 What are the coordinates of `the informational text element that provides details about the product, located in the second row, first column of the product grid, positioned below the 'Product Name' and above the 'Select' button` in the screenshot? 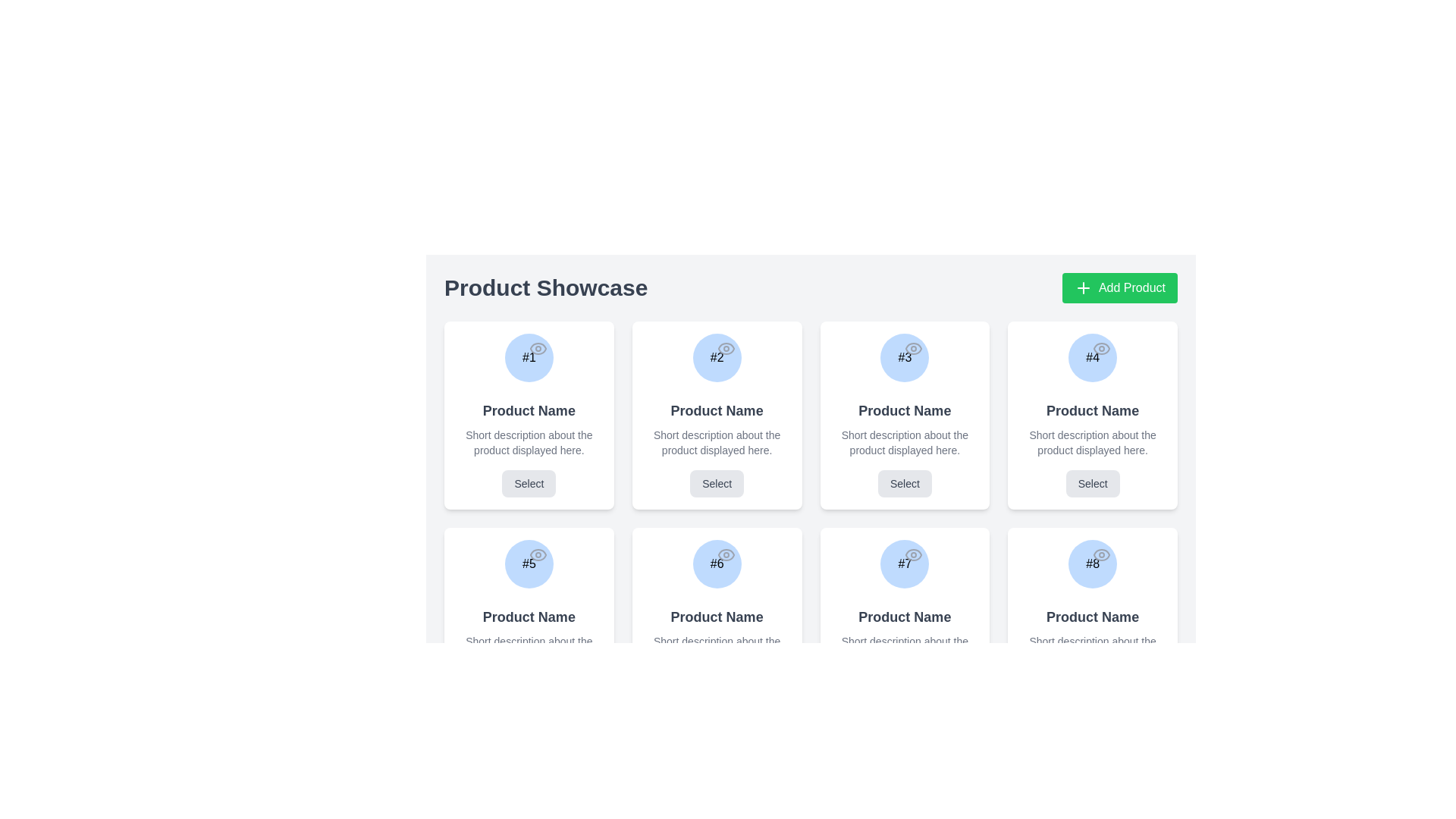 It's located at (529, 648).